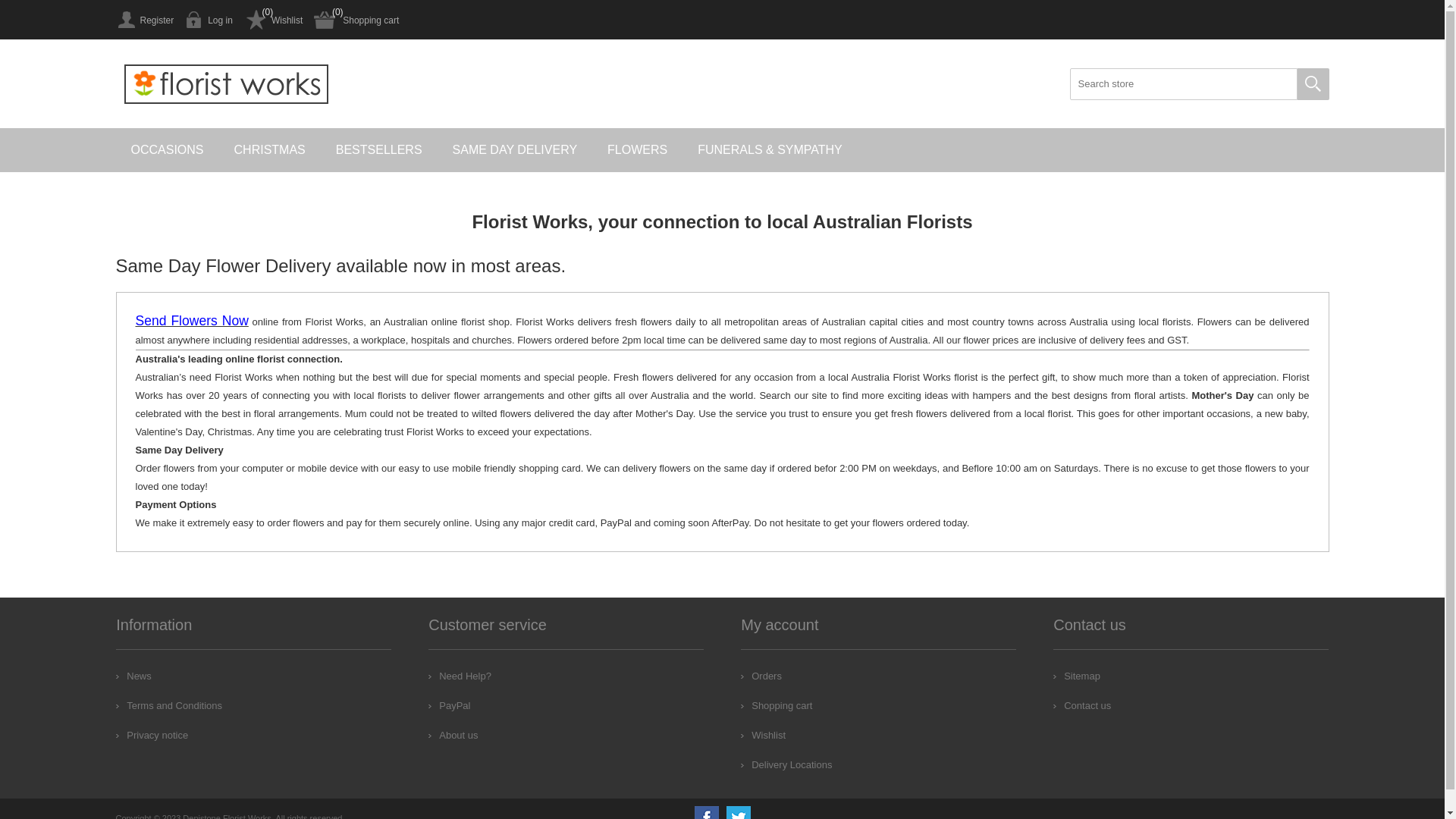 The height and width of the screenshot is (819, 1456). Describe the element at coordinates (208, 20) in the screenshot. I see `'Log in'` at that location.